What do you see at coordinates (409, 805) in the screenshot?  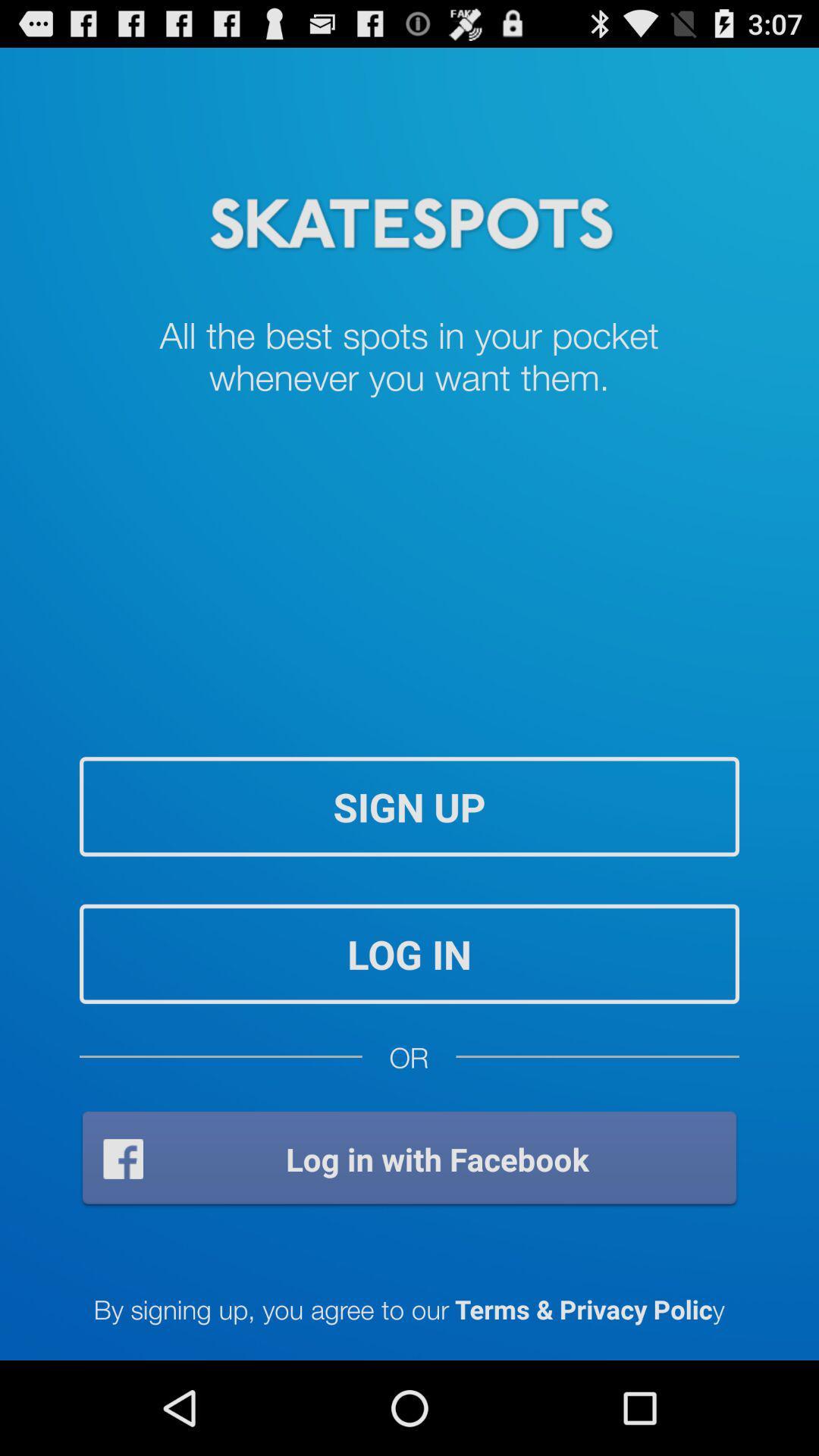 I see `the sign up icon` at bounding box center [409, 805].